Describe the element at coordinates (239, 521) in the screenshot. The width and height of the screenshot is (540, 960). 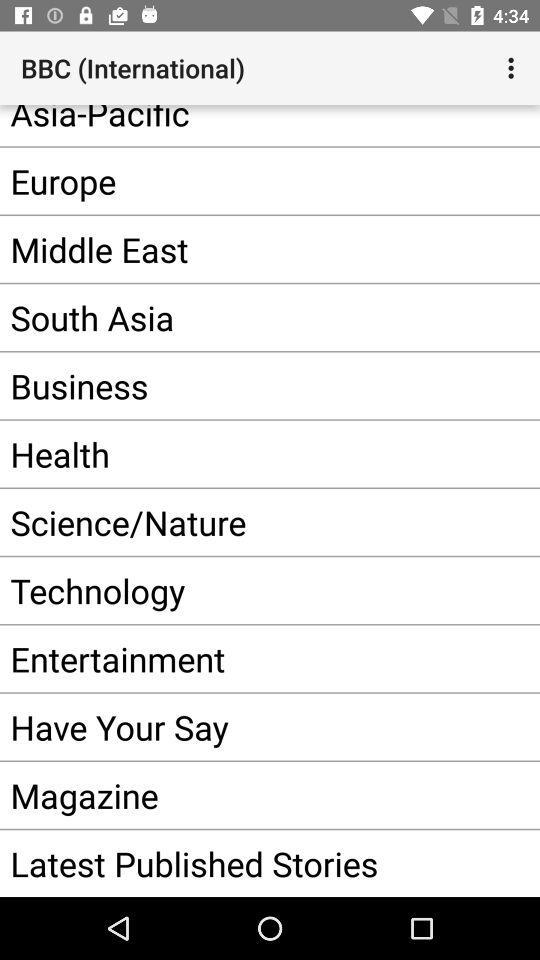
I see `the science/nature app` at that location.